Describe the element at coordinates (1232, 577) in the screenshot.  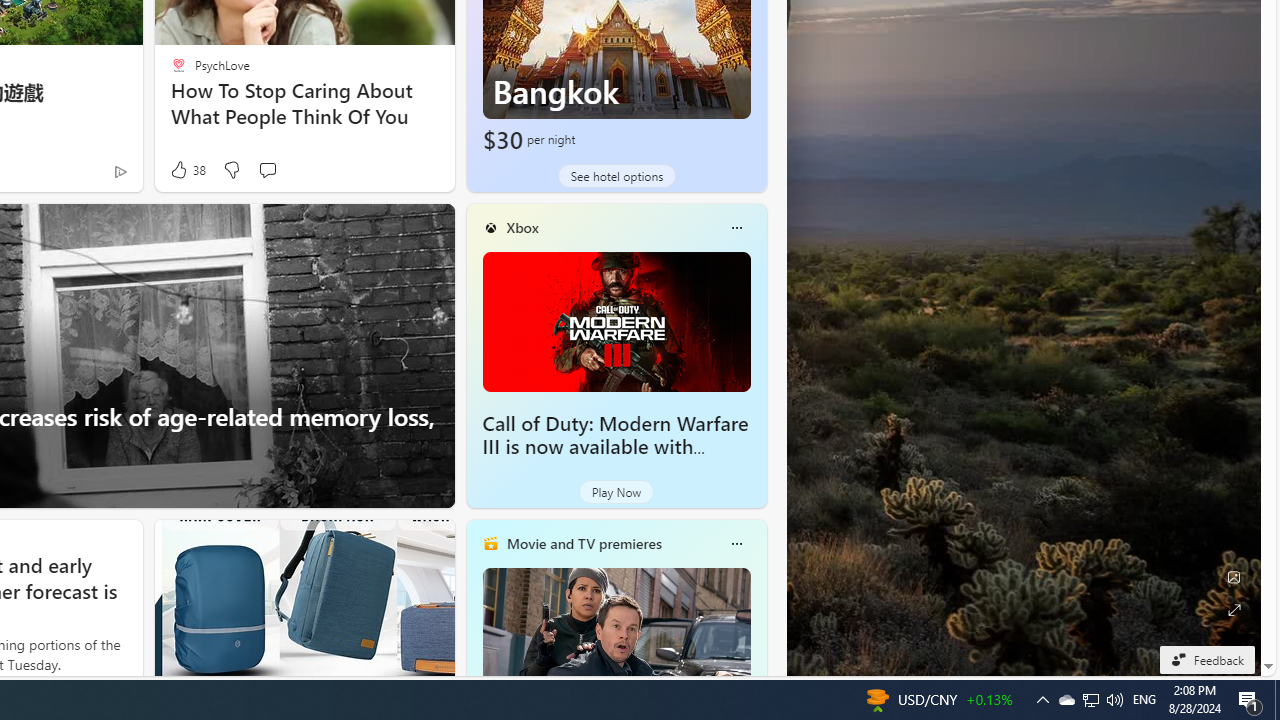
I see `'Edit Background'` at that location.